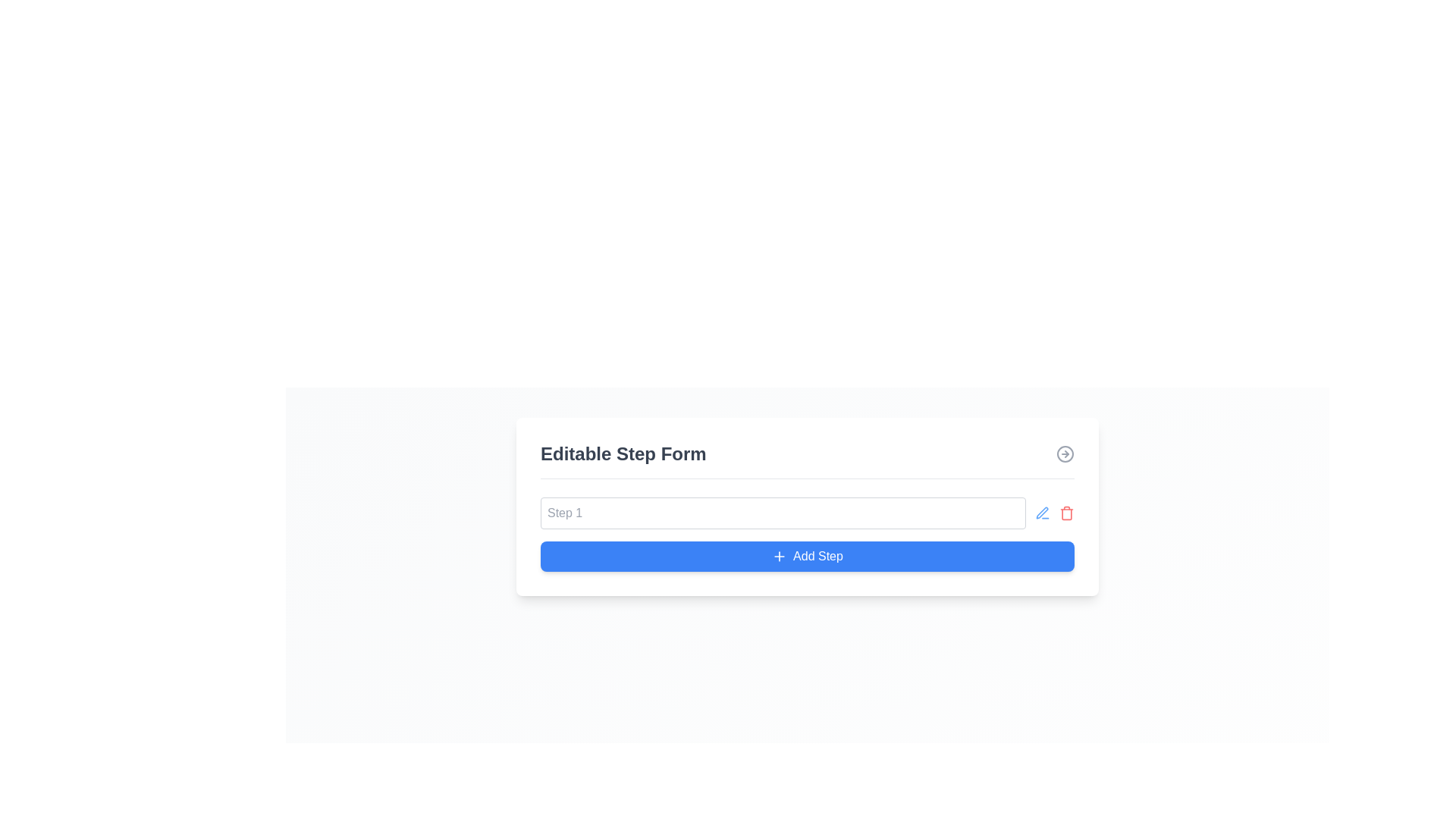  What do you see at coordinates (1041, 513) in the screenshot?
I see `the blue pen icon located between the 'Step 1' text input field and the red trash icon` at bounding box center [1041, 513].